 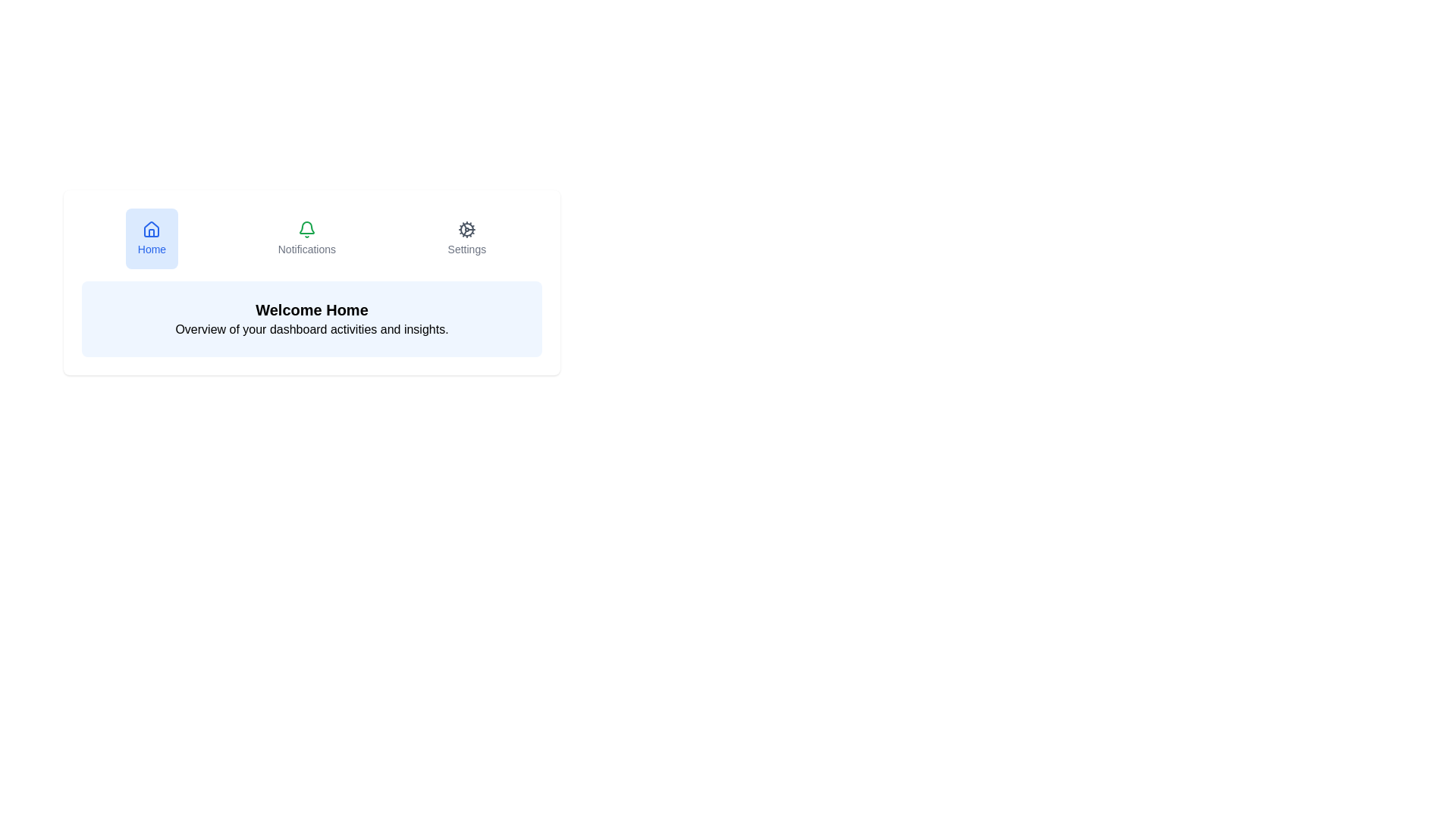 What do you see at coordinates (306, 239) in the screenshot?
I see `the Notifications tab by clicking on its corresponding button` at bounding box center [306, 239].